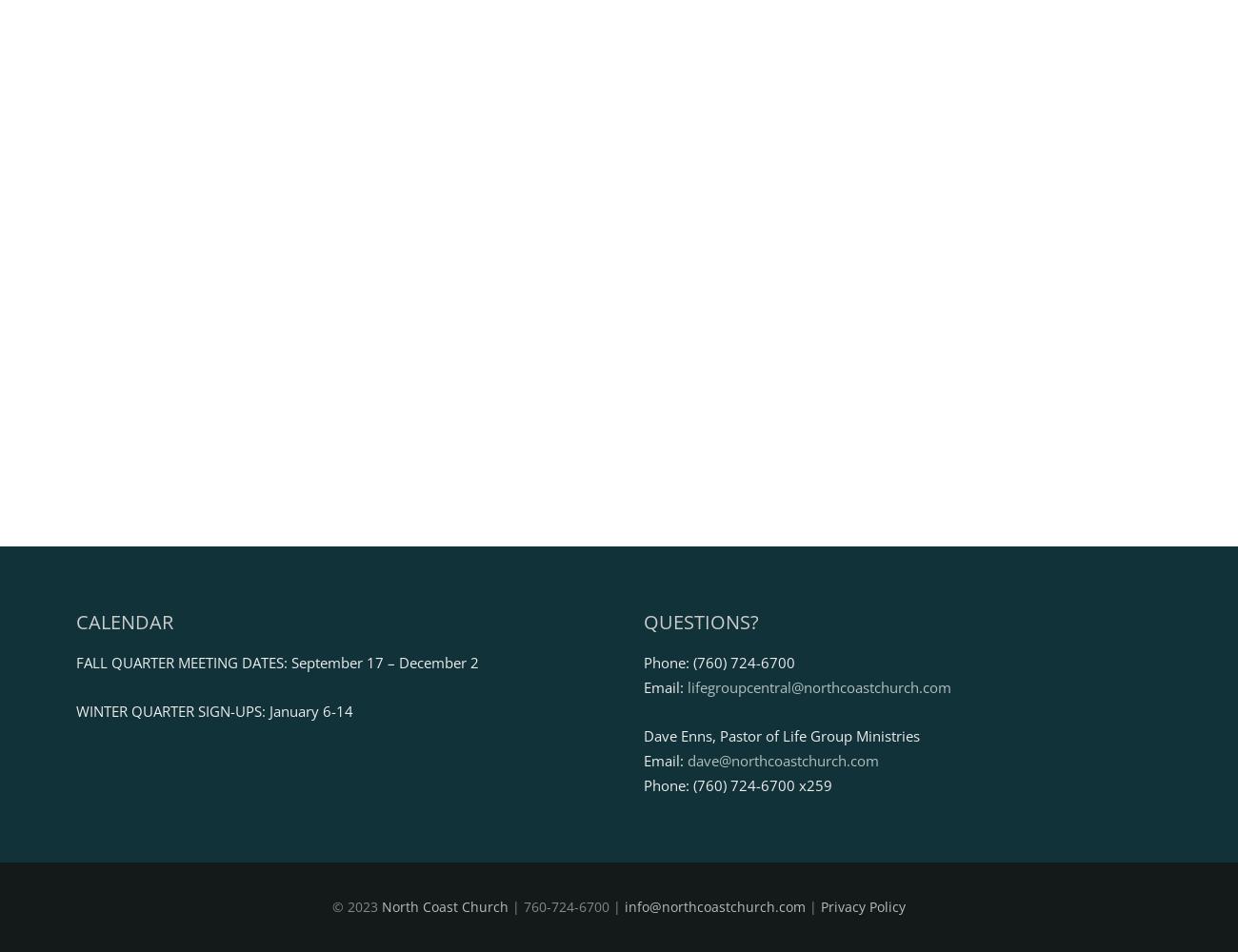  Describe the element at coordinates (124, 621) in the screenshot. I see `'CALENDAR'` at that location.